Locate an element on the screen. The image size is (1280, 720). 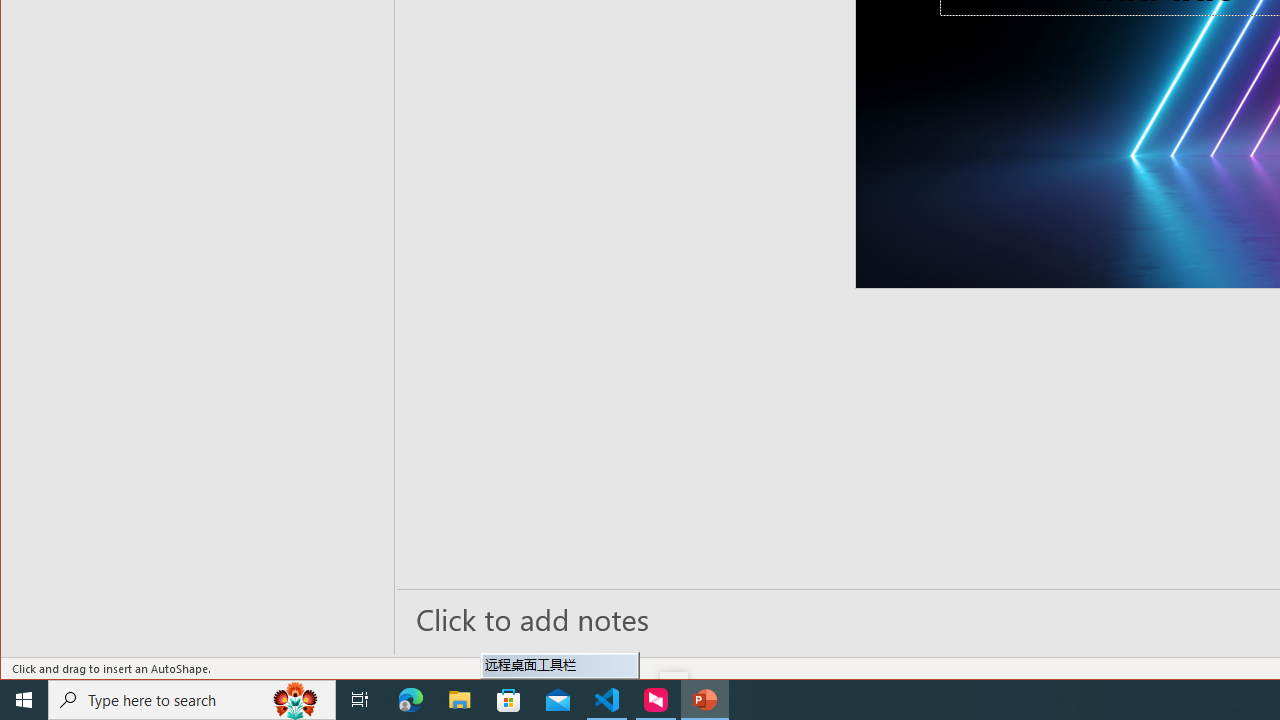
'Search highlights icon opens search home window' is located at coordinates (294, 698).